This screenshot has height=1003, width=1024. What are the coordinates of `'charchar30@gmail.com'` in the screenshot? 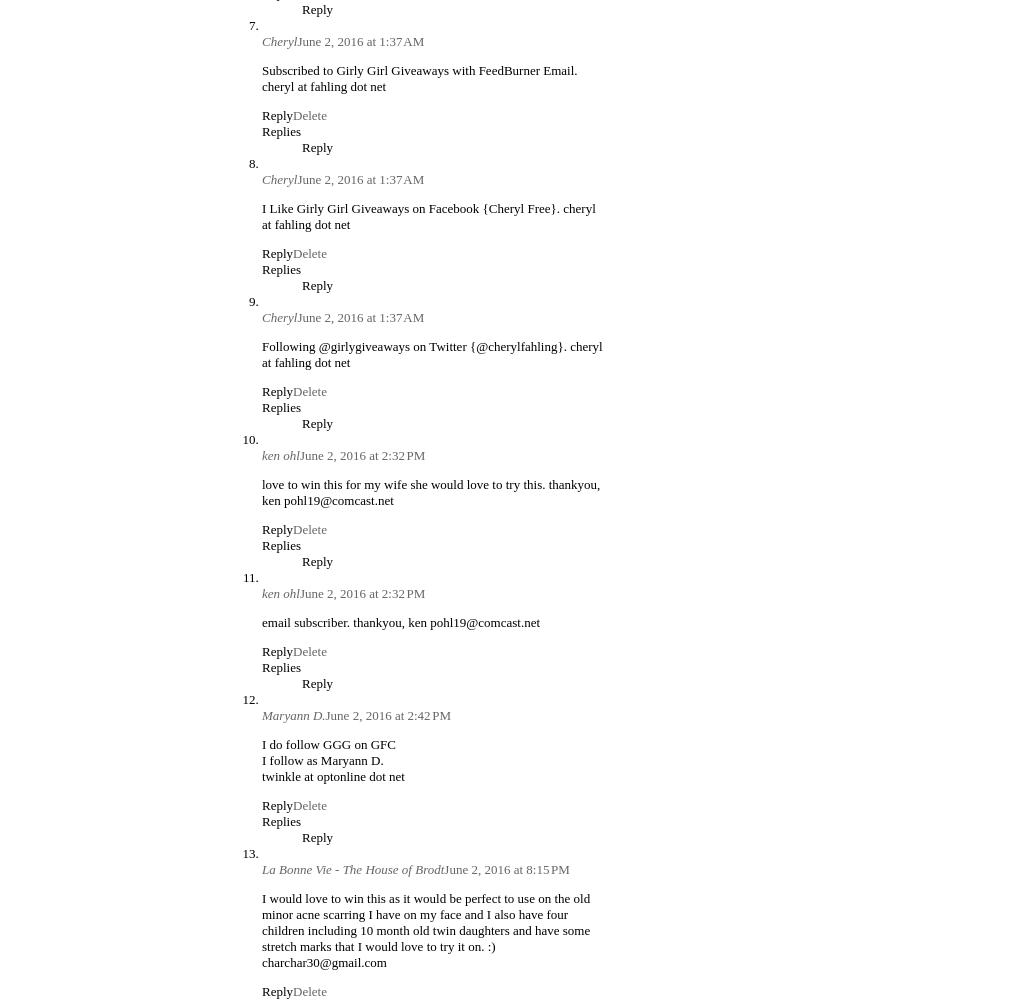 It's located at (322, 960).